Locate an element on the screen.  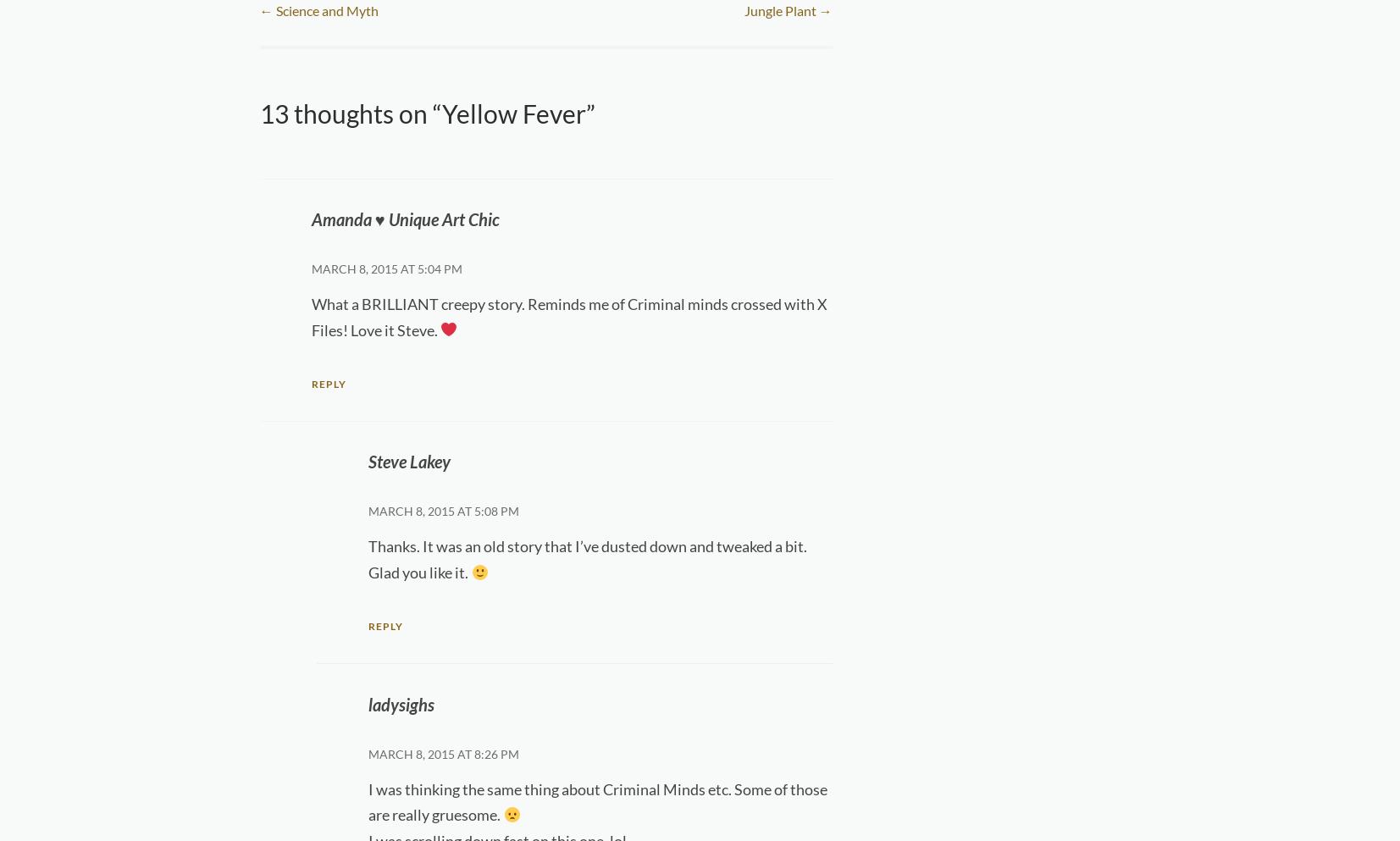
'Steve Lakey' is located at coordinates (408, 460).